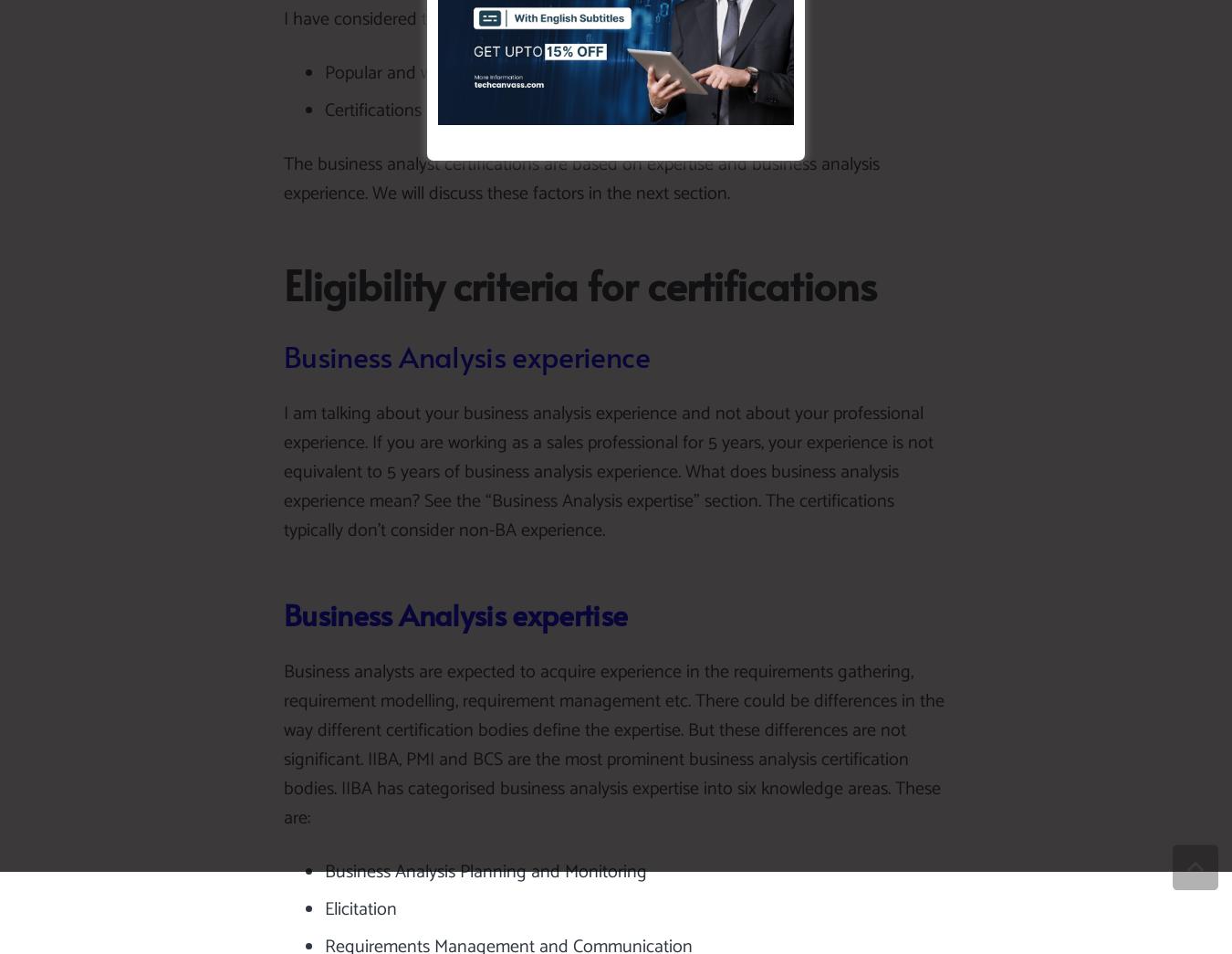 Image resolution: width=1232 pixels, height=954 pixels. Describe the element at coordinates (283, 744) in the screenshot. I see `'Business analysts are expected to acquire experience in the requirements gathering, requirement modelling, requirement management etc. There could be differences in the way different certification bodies define the expertise. But these differences are not significant. IIBA, PMI and BCS are the most prominent business analysis certification bodies. IIBA has categorised business analysis expertise into six knowledge areas. These are:'` at that location.